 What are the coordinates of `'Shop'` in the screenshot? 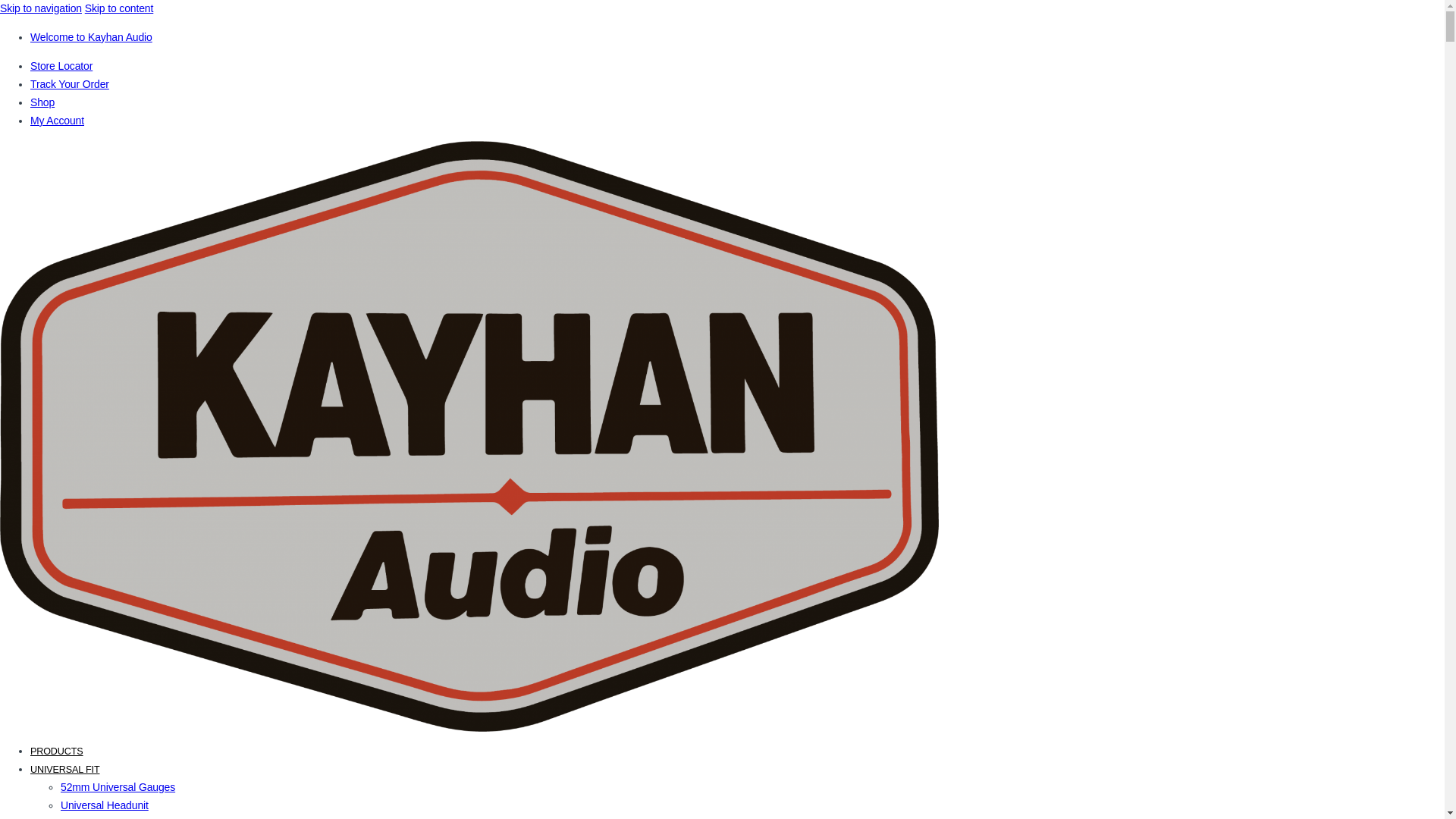 It's located at (30, 102).